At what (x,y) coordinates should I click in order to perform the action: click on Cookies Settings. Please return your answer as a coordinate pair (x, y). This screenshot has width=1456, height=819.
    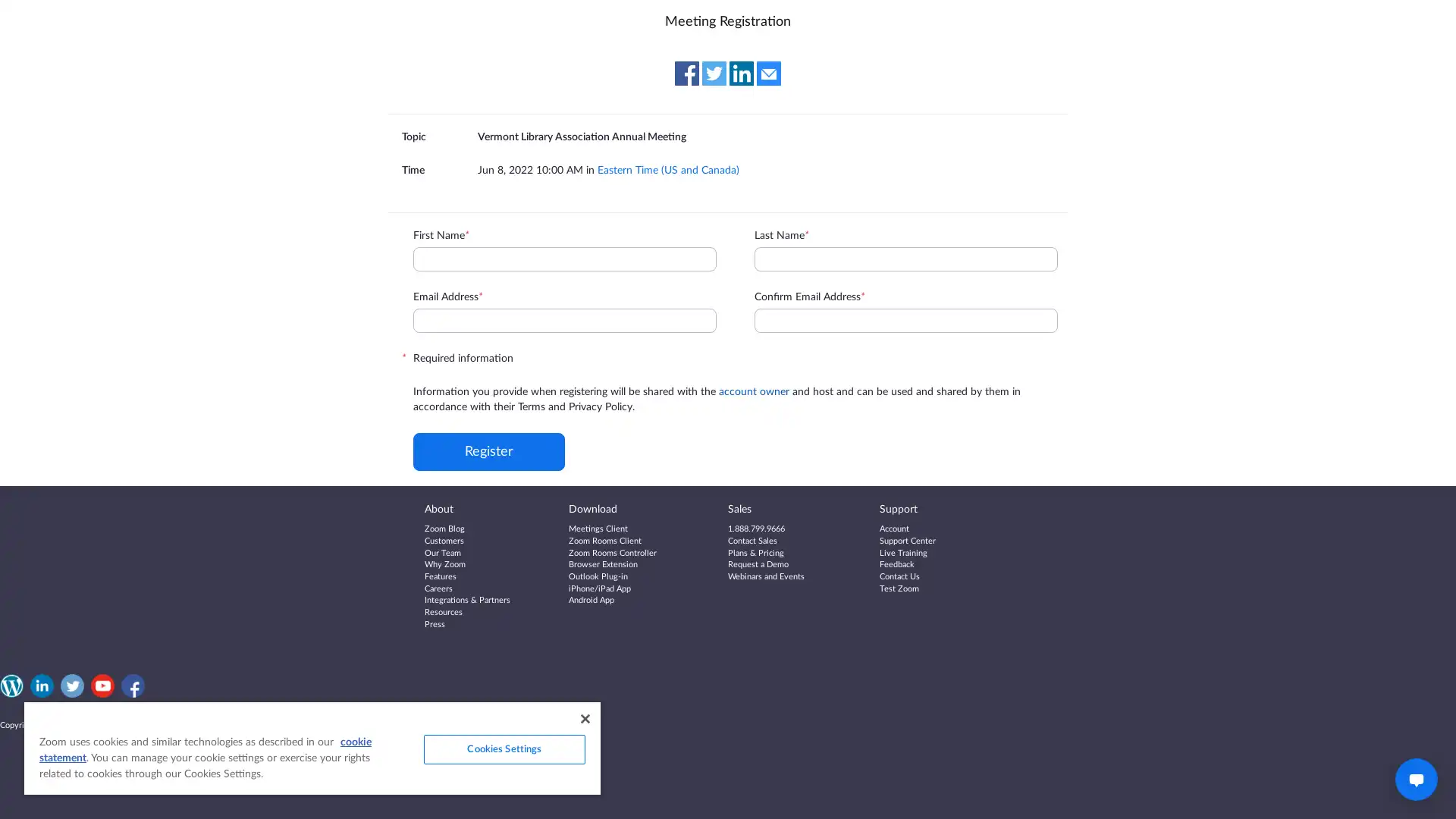
    Looking at the image, I should click on (504, 748).